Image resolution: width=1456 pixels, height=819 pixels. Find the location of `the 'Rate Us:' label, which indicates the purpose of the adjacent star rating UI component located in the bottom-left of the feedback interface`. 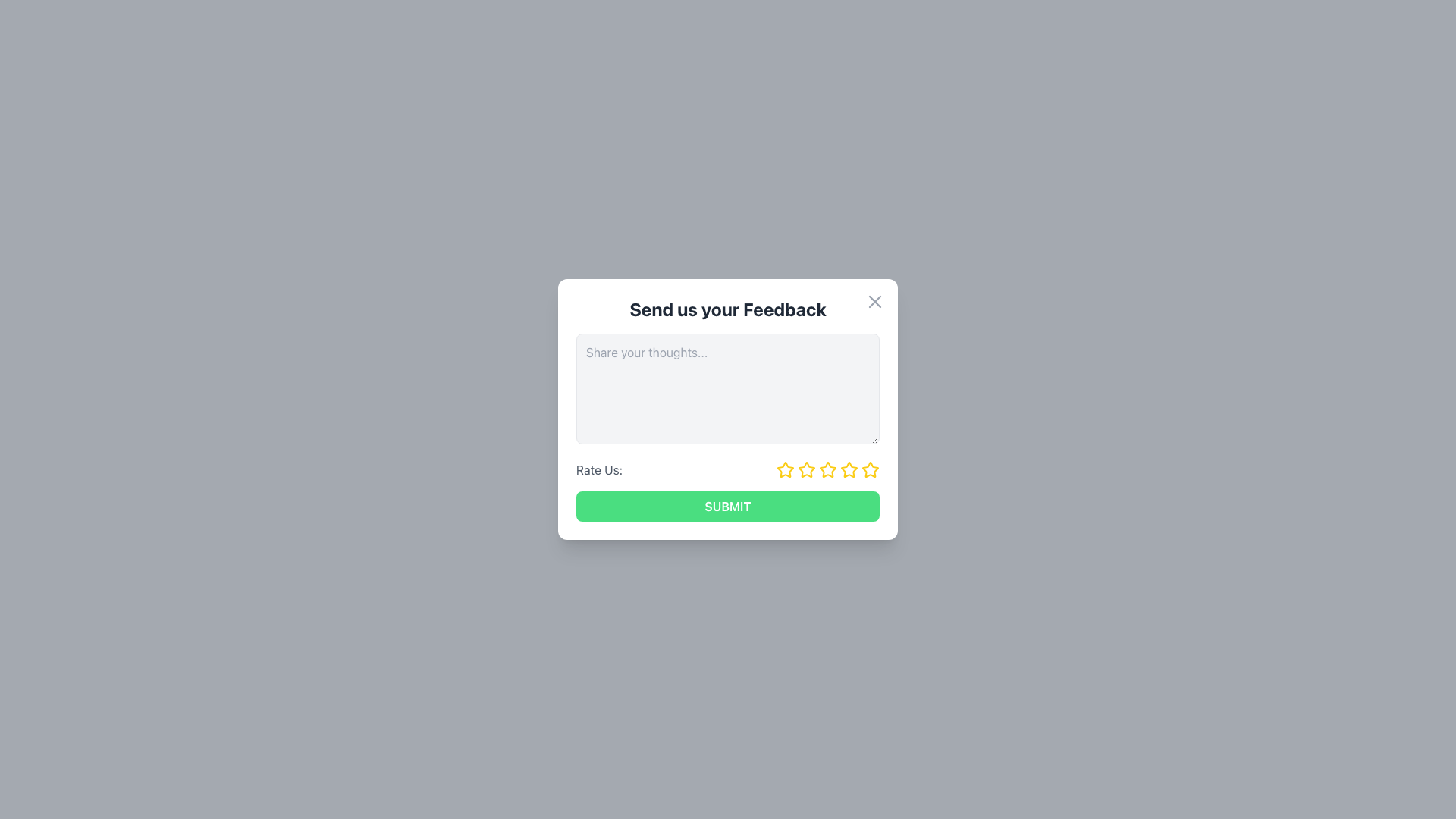

the 'Rate Us:' label, which indicates the purpose of the adjacent star rating UI component located in the bottom-left of the feedback interface is located at coordinates (598, 469).